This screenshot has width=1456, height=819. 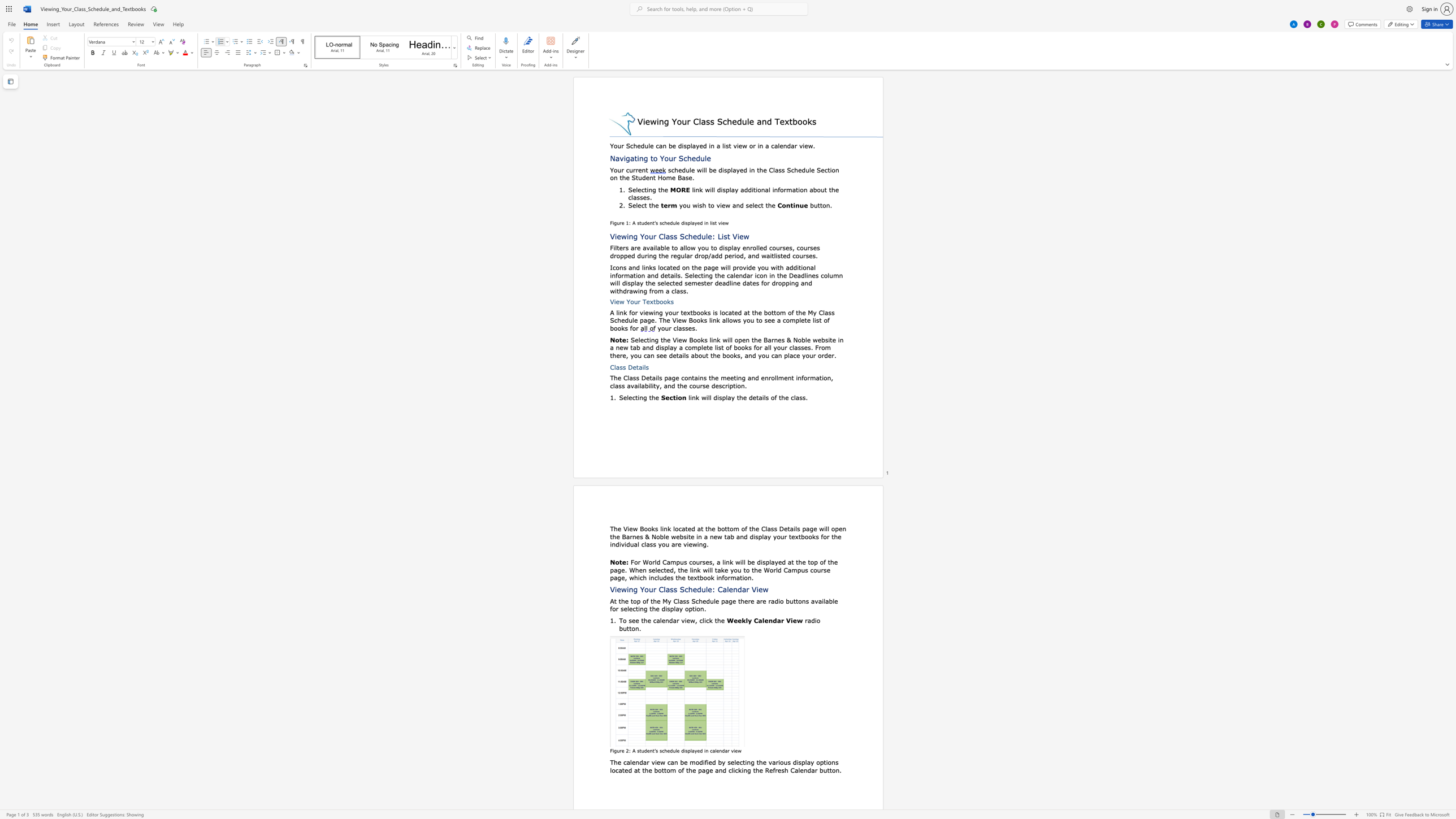 What do you see at coordinates (664, 236) in the screenshot?
I see `the 1th character "l" in the text` at bounding box center [664, 236].